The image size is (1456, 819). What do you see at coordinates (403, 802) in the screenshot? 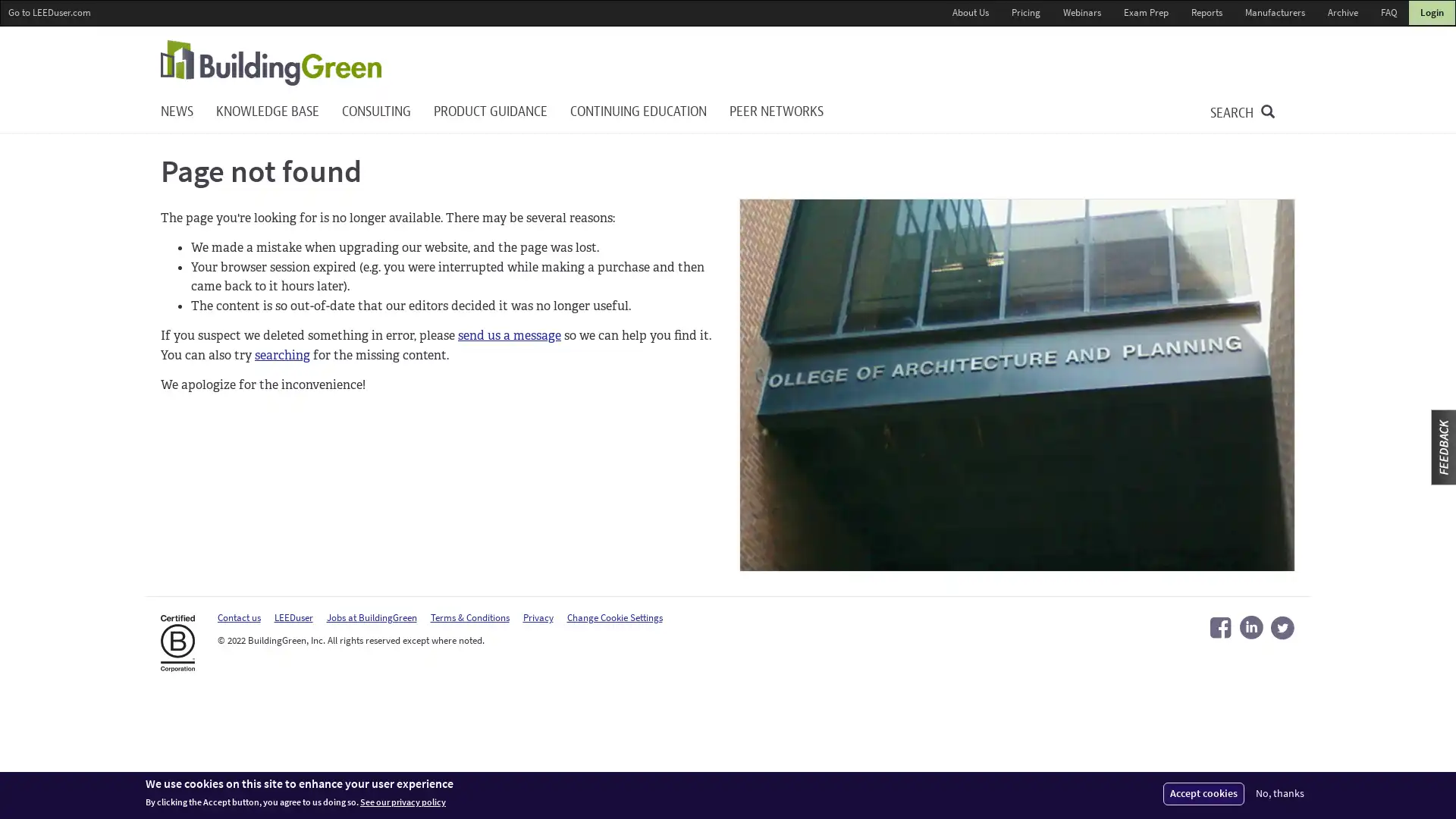
I see `See our privacy policy` at bounding box center [403, 802].